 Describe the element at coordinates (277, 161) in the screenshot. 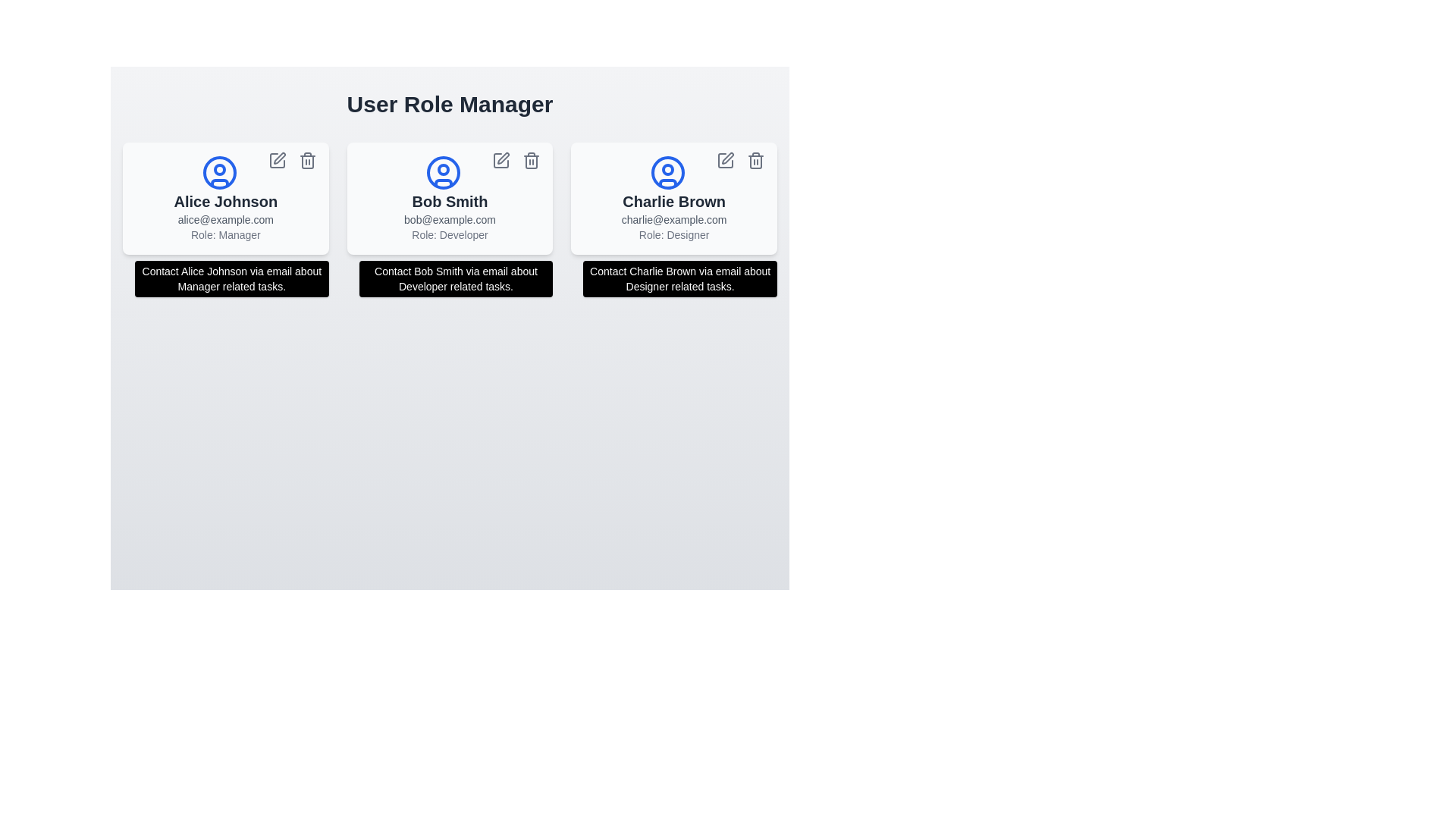

I see `the pencil icon button in the top-right corner of Alice Johnson's card` at that location.